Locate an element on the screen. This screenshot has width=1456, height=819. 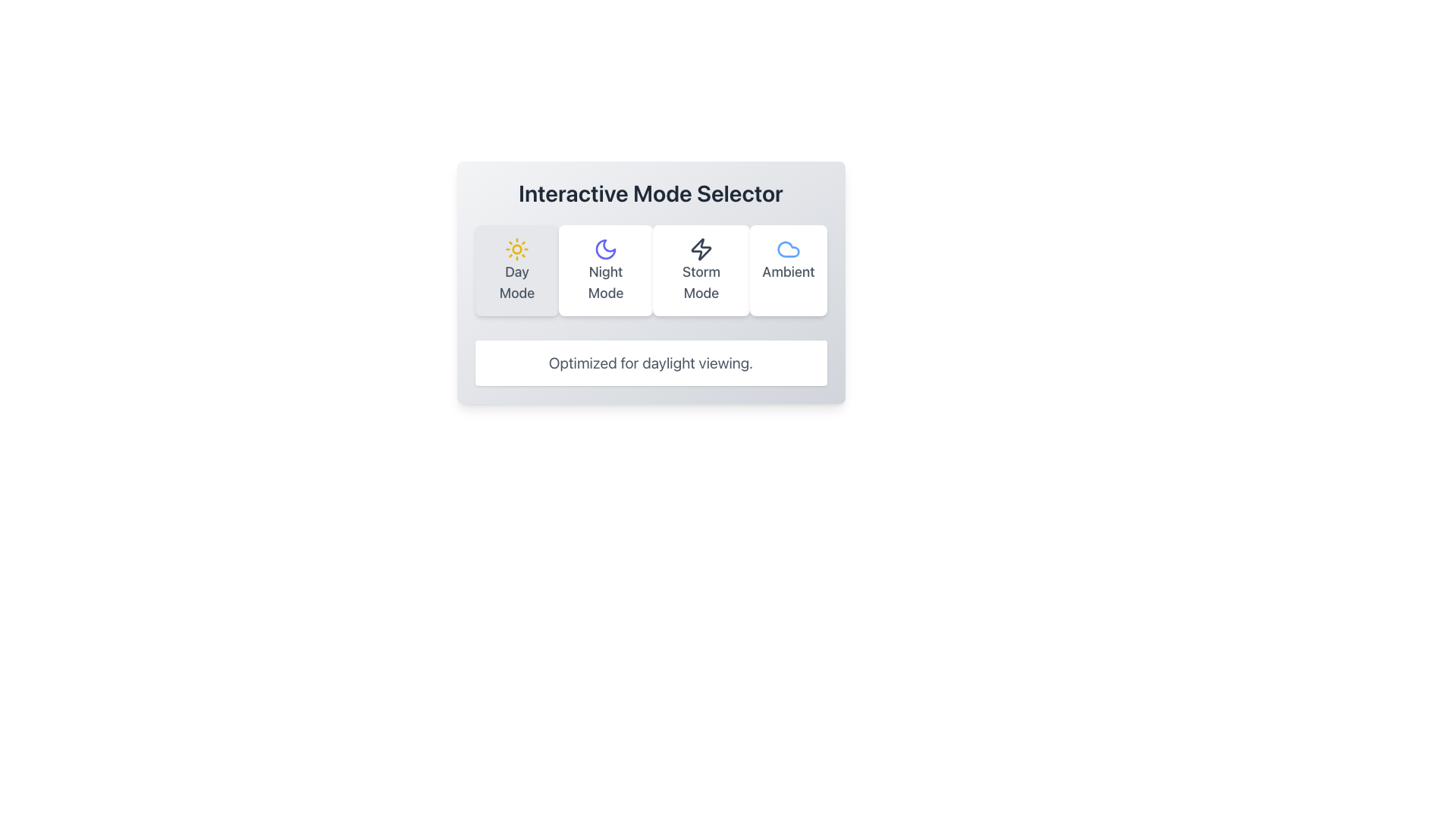
the 'Day Mode' button, which is visually represented by a sun icon is located at coordinates (516, 248).